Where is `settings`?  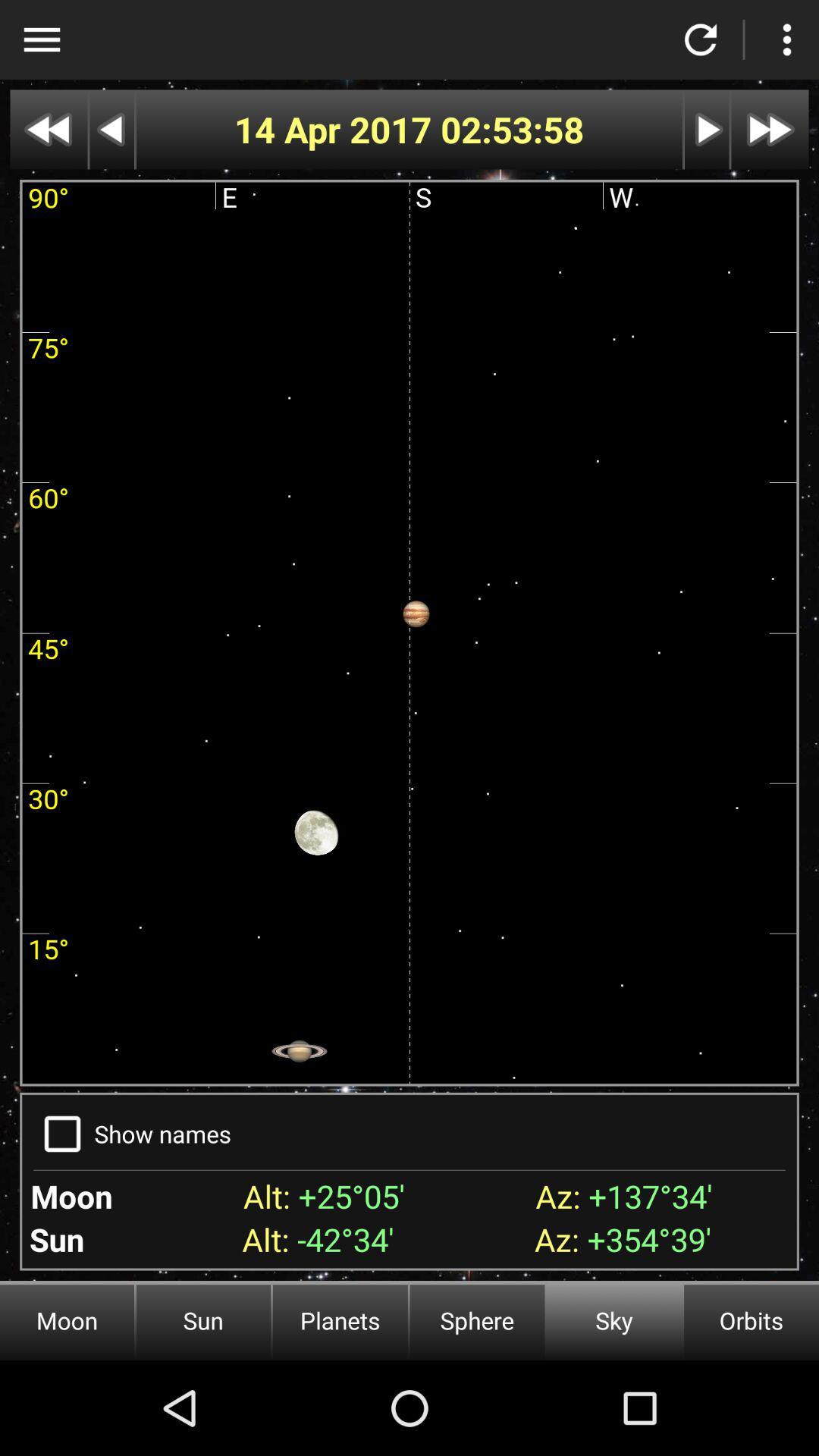
settings is located at coordinates (41, 39).